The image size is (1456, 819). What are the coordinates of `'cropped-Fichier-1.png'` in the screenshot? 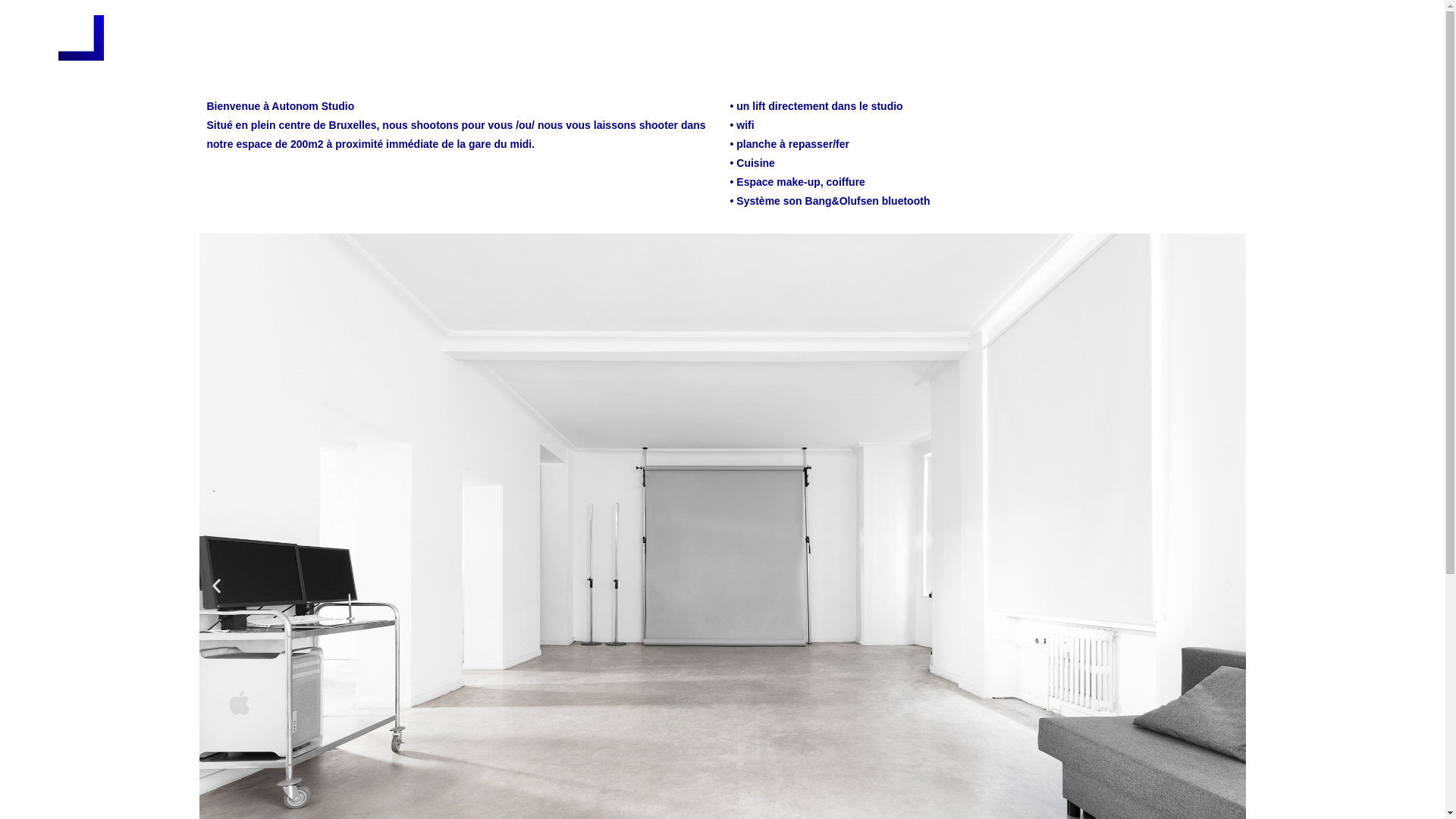 It's located at (80, 37).